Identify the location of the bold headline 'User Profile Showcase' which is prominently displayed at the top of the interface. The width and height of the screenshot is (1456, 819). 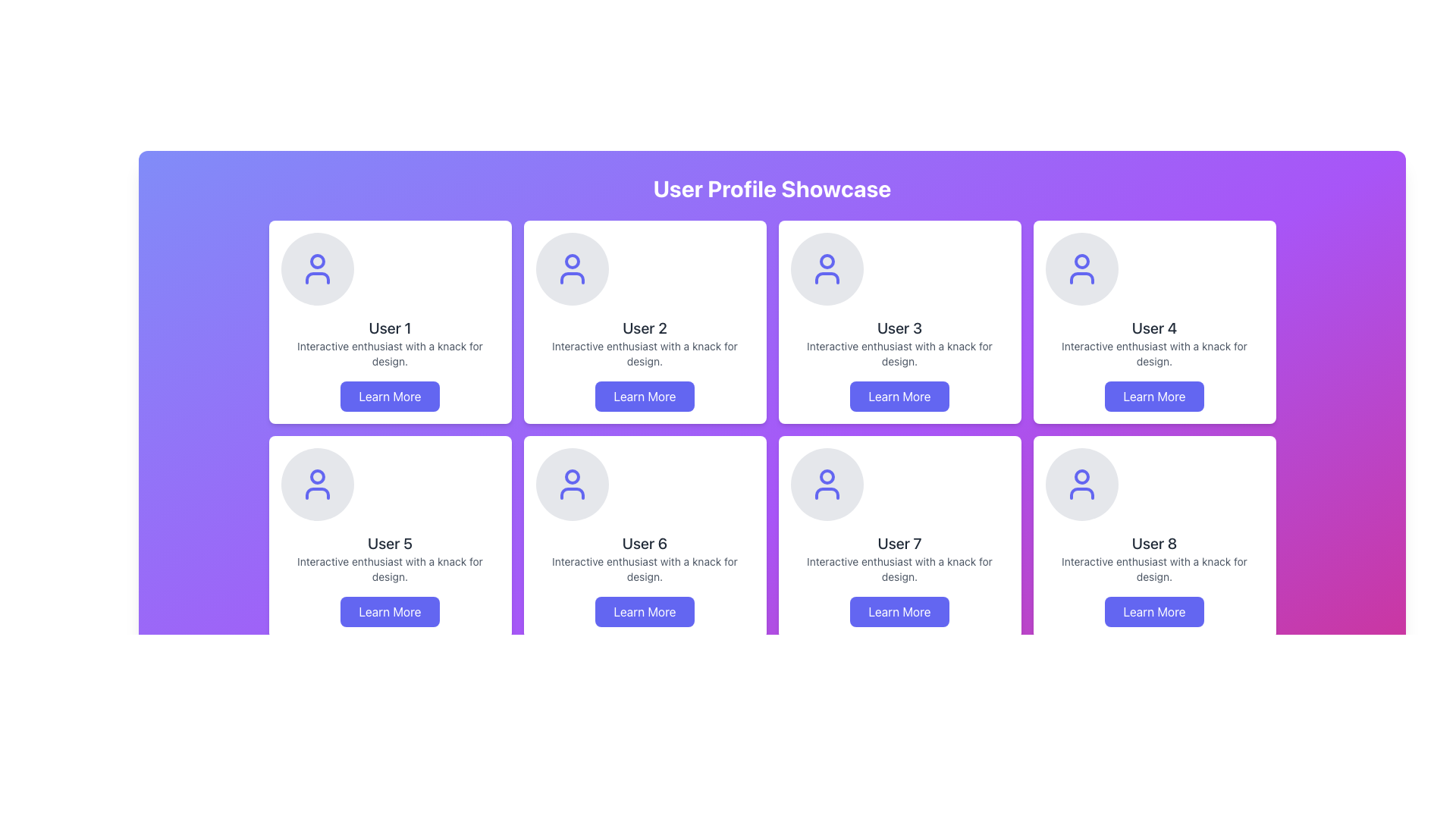
(772, 188).